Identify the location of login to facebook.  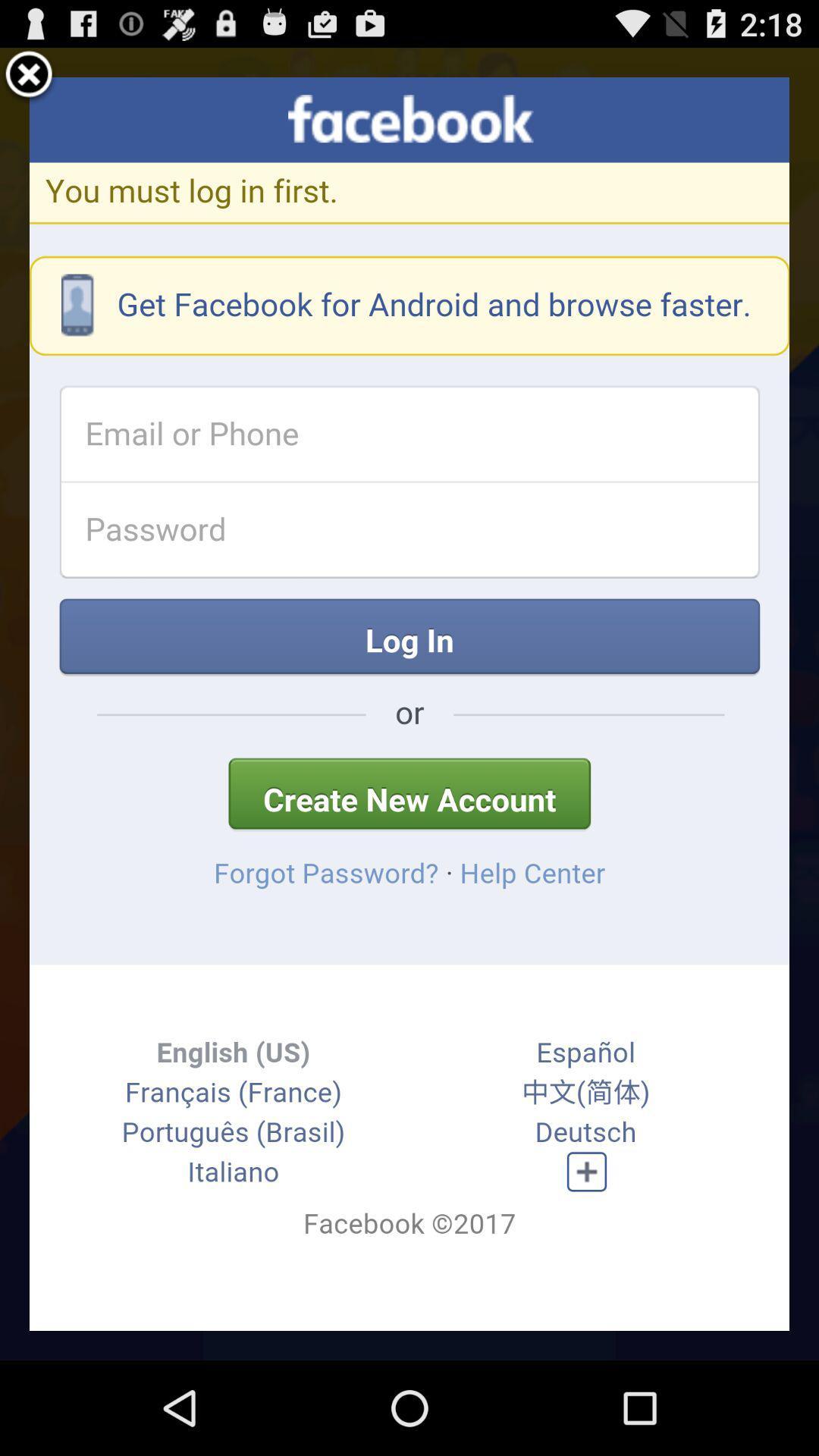
(409, 703).